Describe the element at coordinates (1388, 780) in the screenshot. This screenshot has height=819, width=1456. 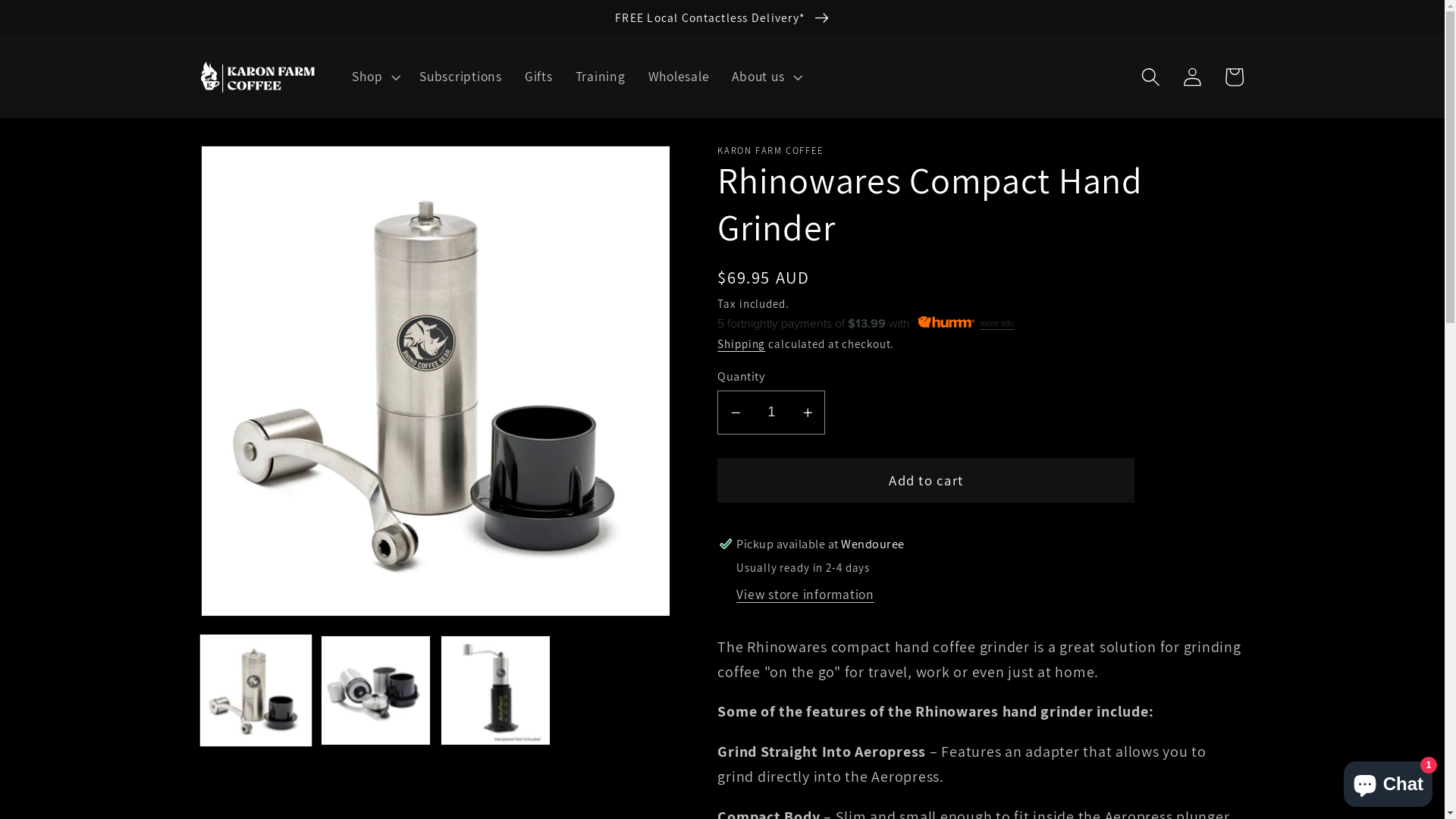
I see `'Shopify online store chat'` at that location.